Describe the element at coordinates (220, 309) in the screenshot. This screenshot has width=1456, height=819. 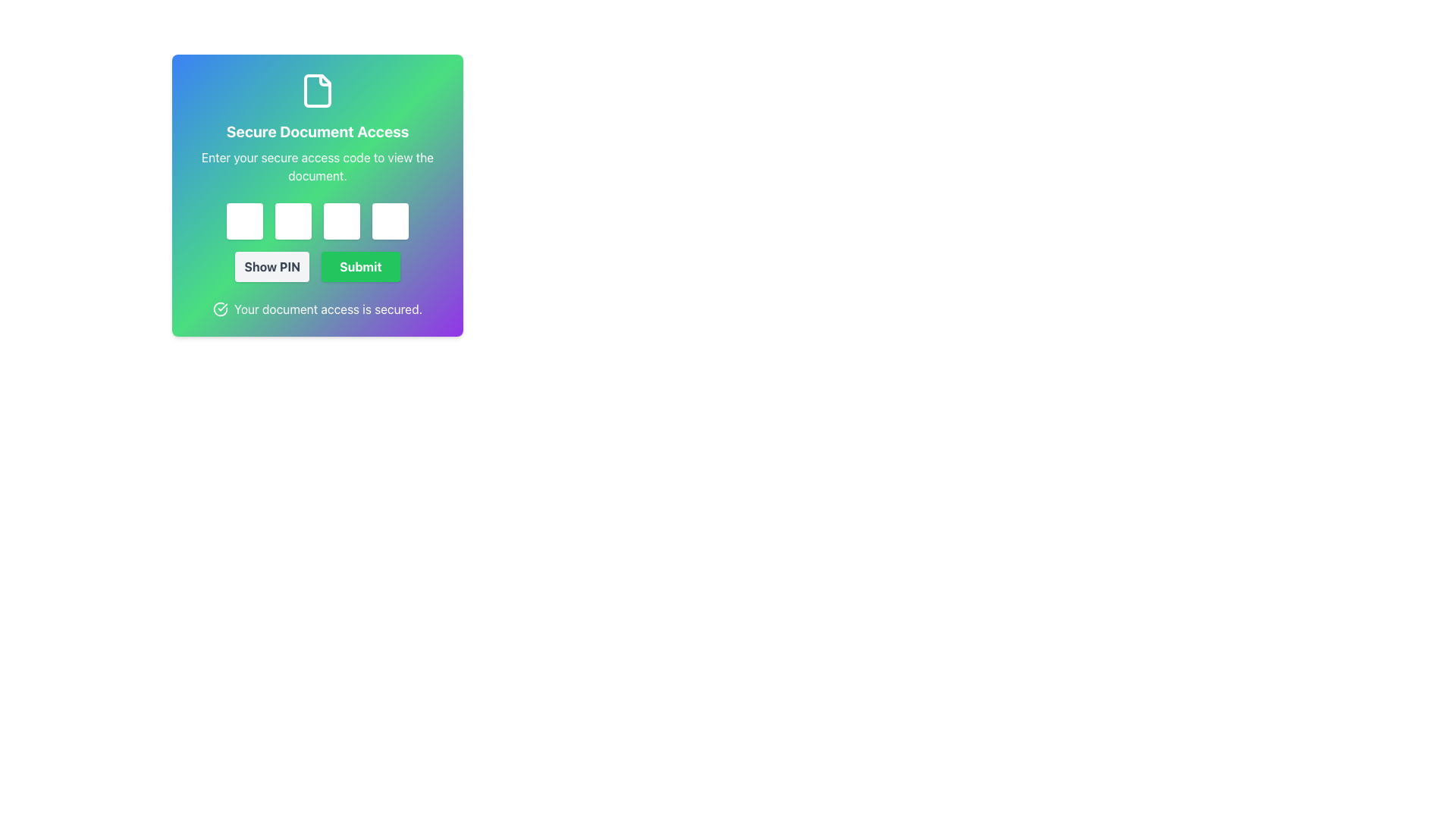
I see `the circular arc graphical component that is part of the checkmark icon located in the bottom-left corner of the interface` at that location.